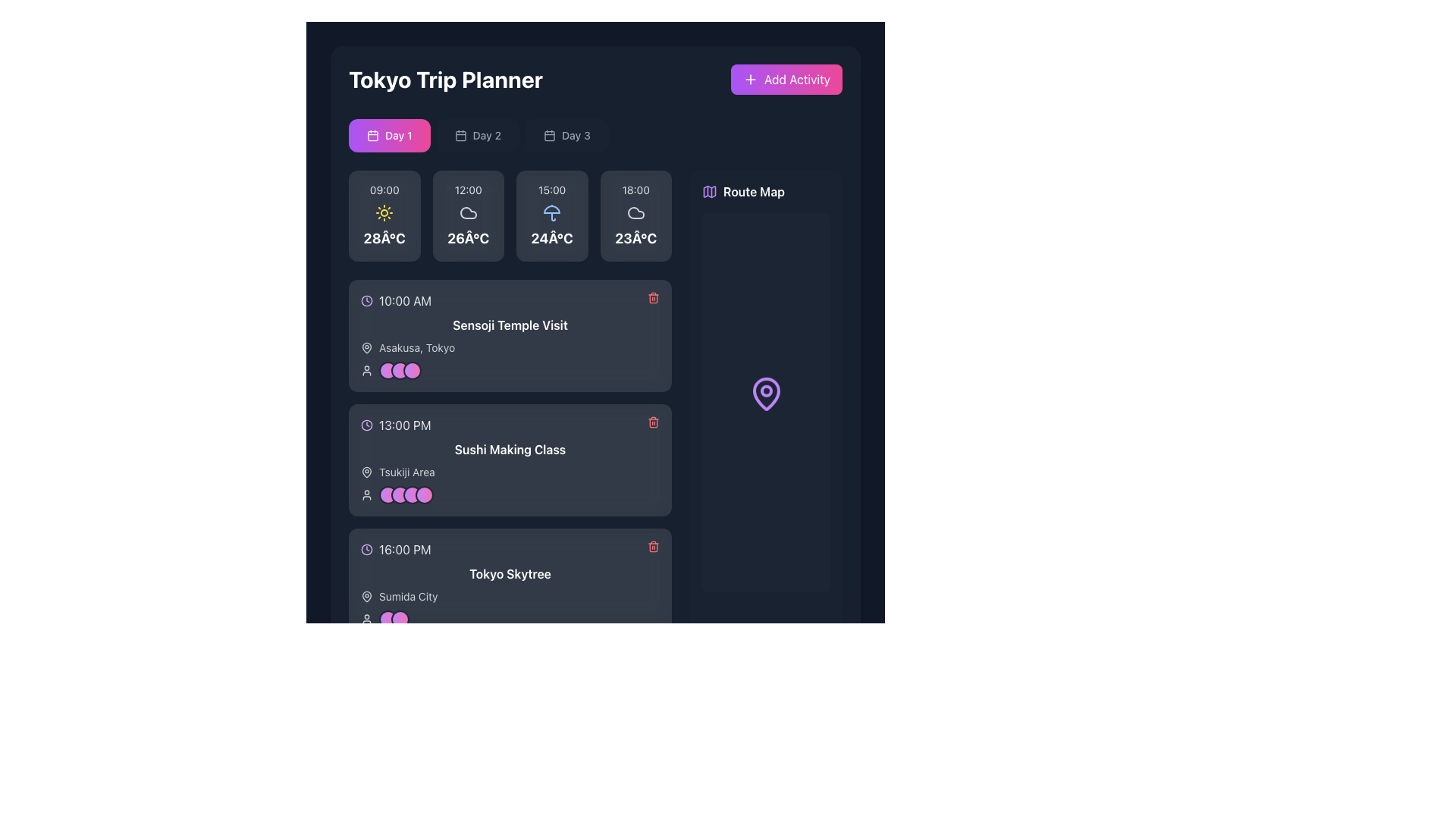  Describe the element at coordinates (389, 134) in the screenshot. I see `the 'Day 1' button` at that location.